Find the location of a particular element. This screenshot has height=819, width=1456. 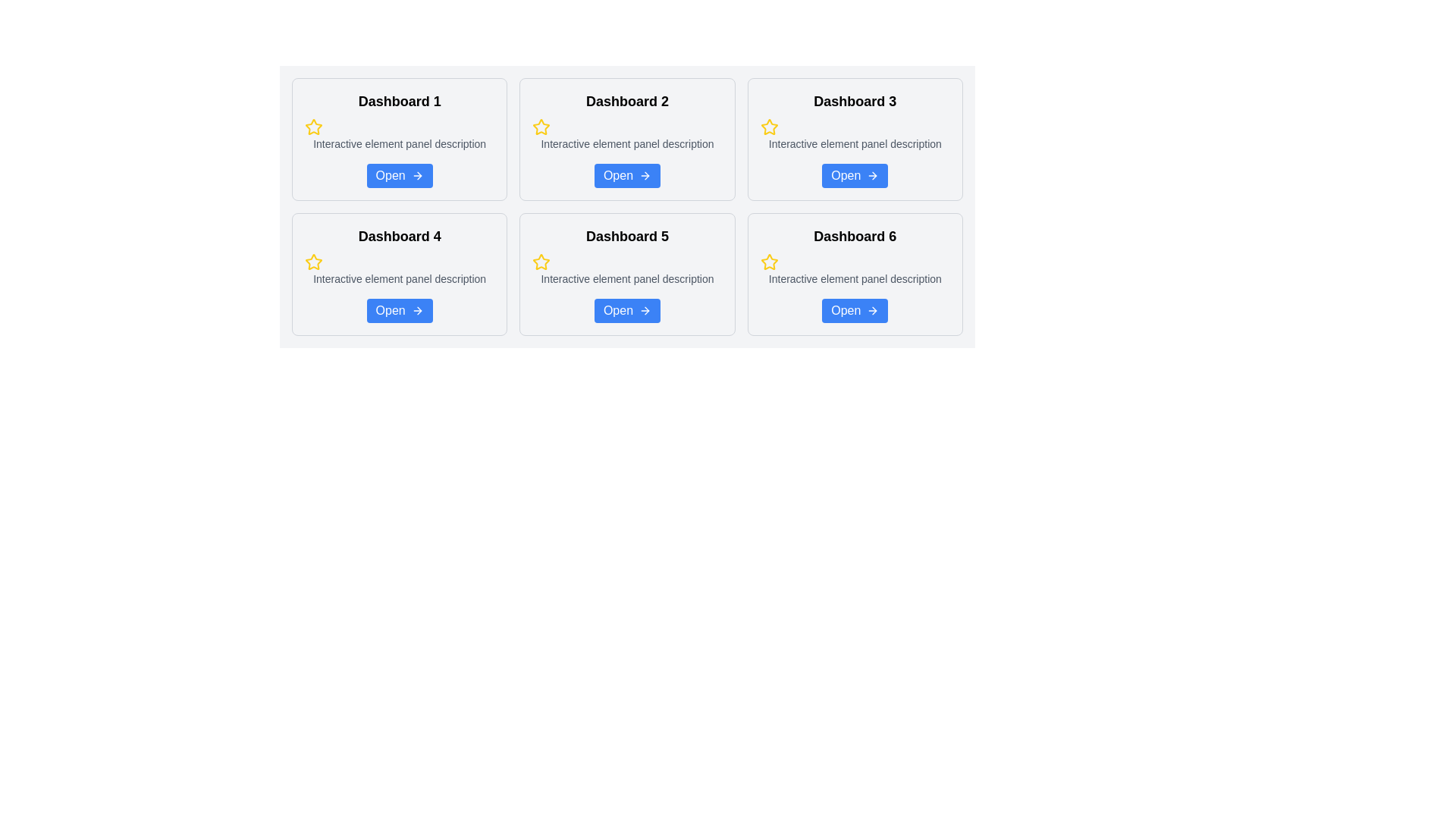

the 'Open' button in the 'Dashboard 4' card is located at coordinates (417, 309).